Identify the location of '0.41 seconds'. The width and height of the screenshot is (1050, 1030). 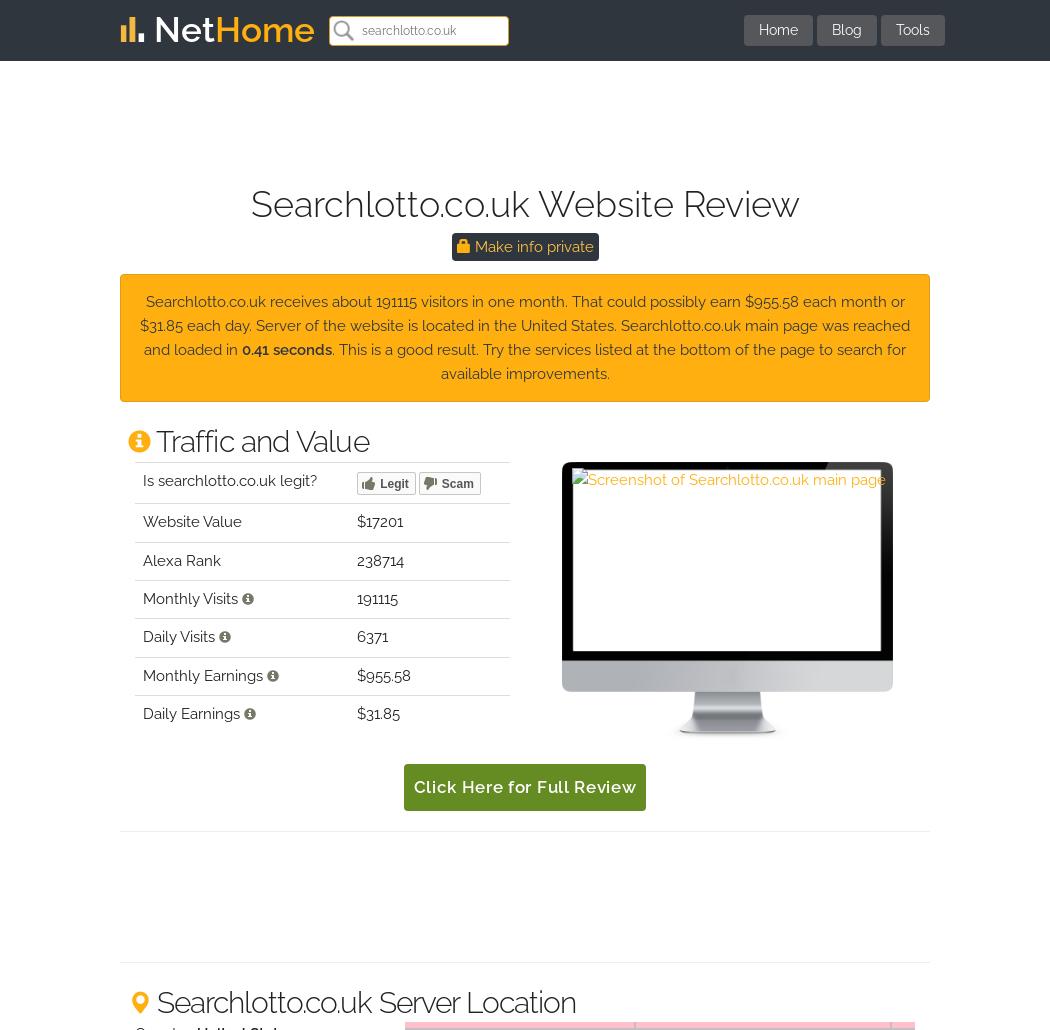
(285, 348).